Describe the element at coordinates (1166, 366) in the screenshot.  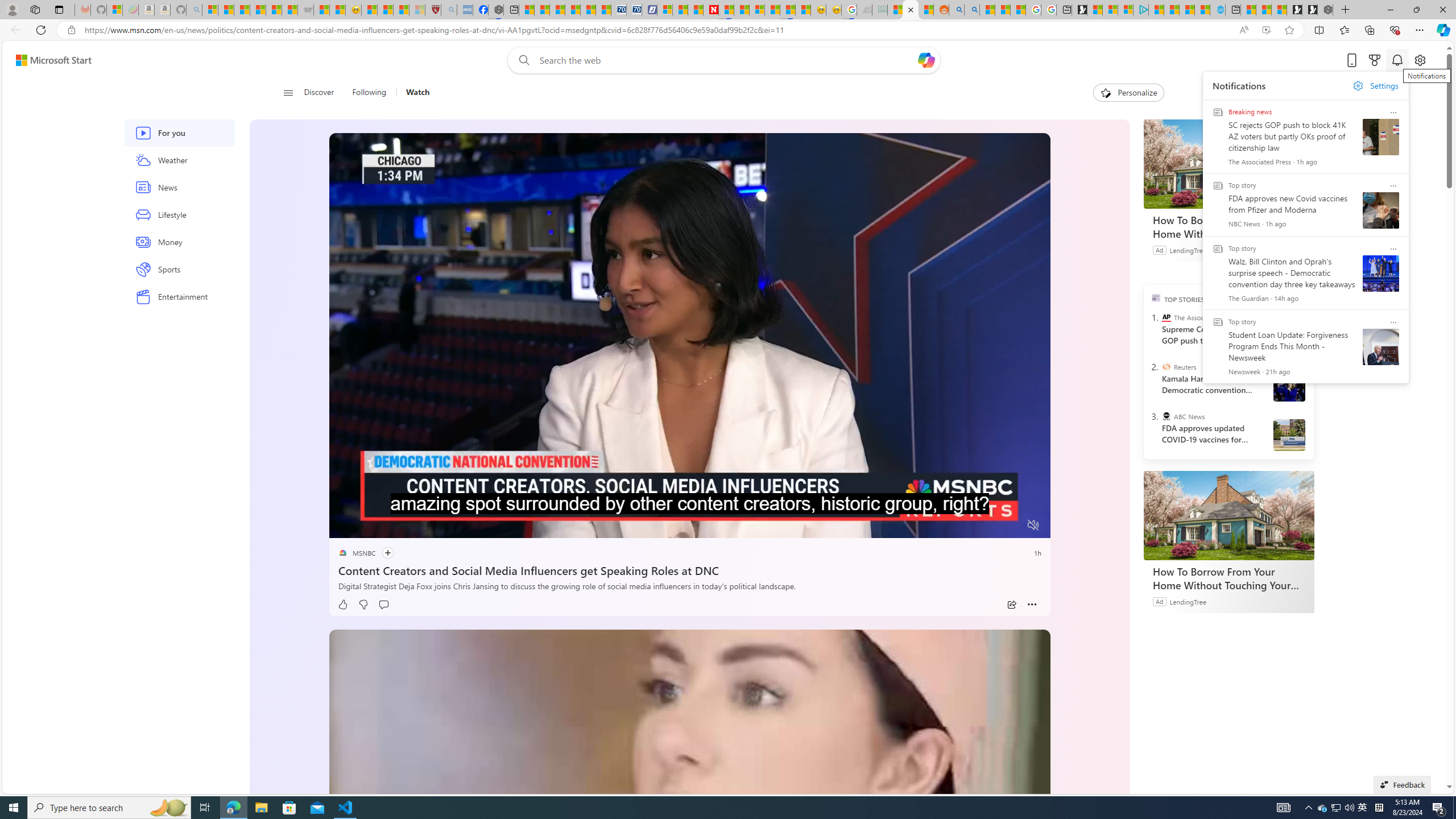
I see `'Reuters'` at that location.